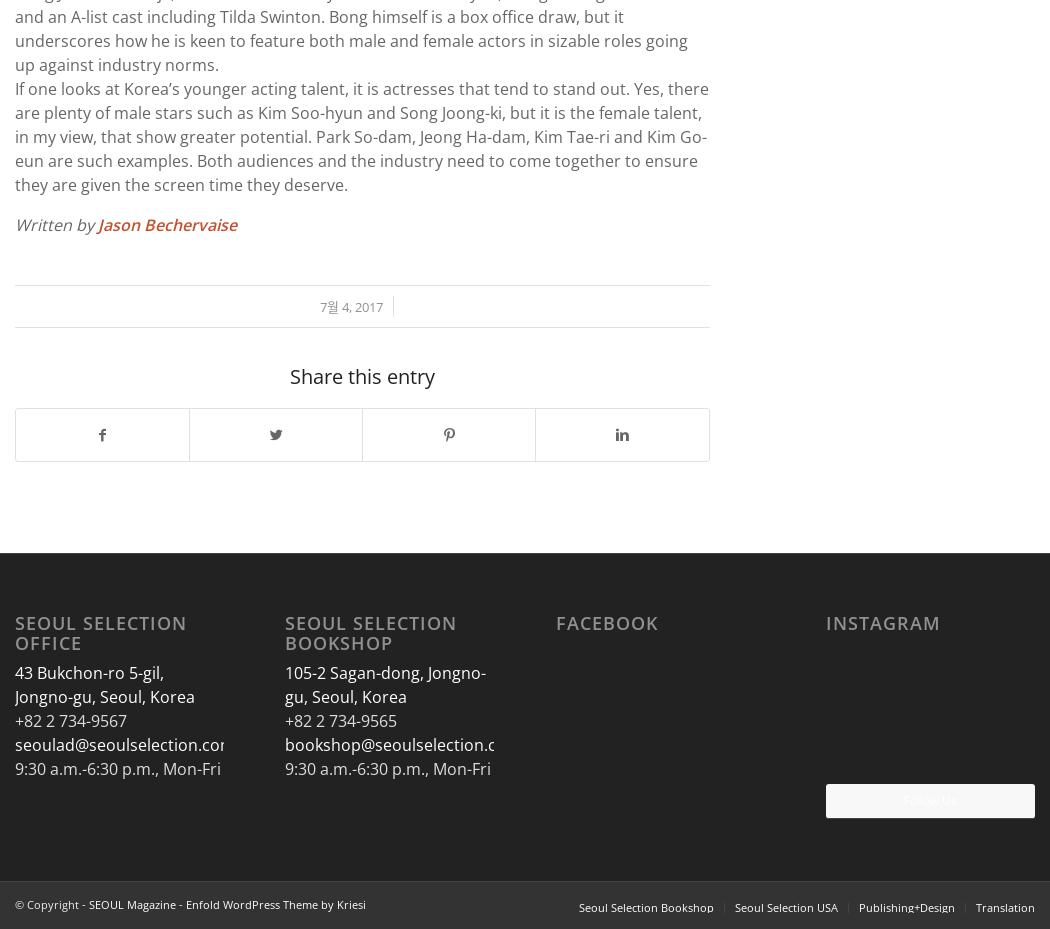  I want to click on 'Facebook', so click(605, 621).